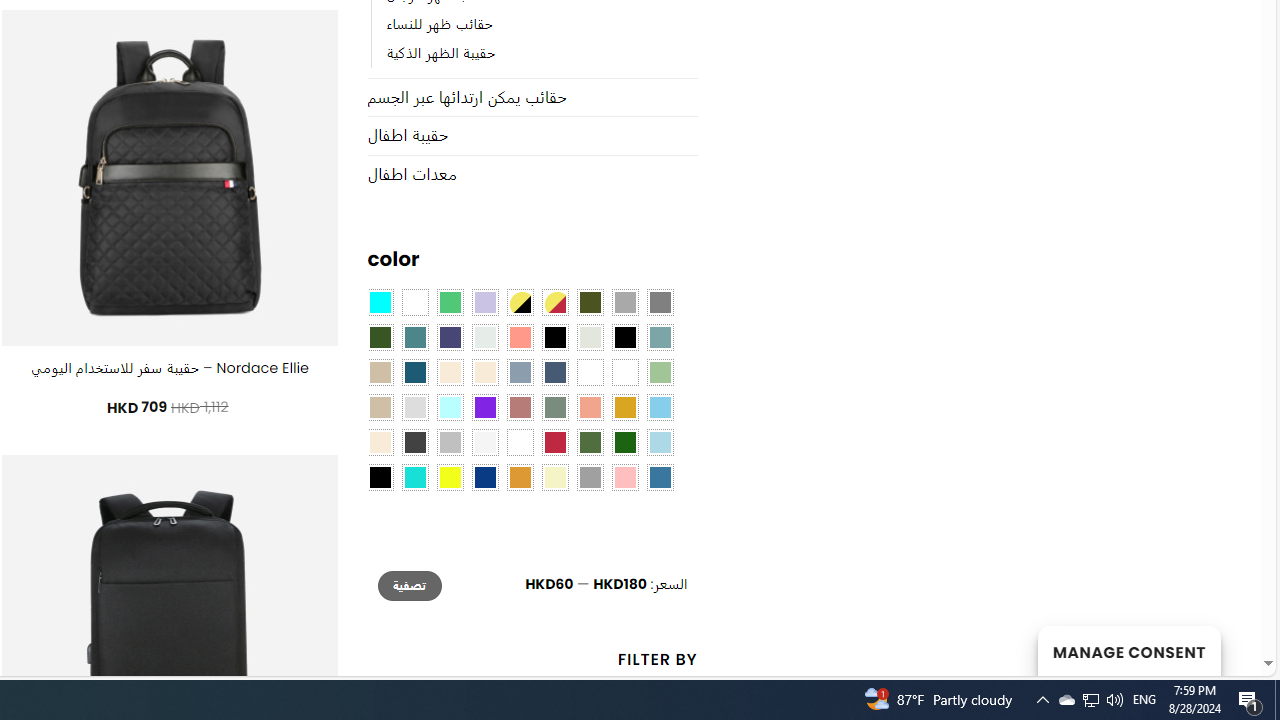 This screenshot has height=720, width=1280. Describe the element at coordinates (485, 372) in the screenshot. I see `'Cream'` at that location.